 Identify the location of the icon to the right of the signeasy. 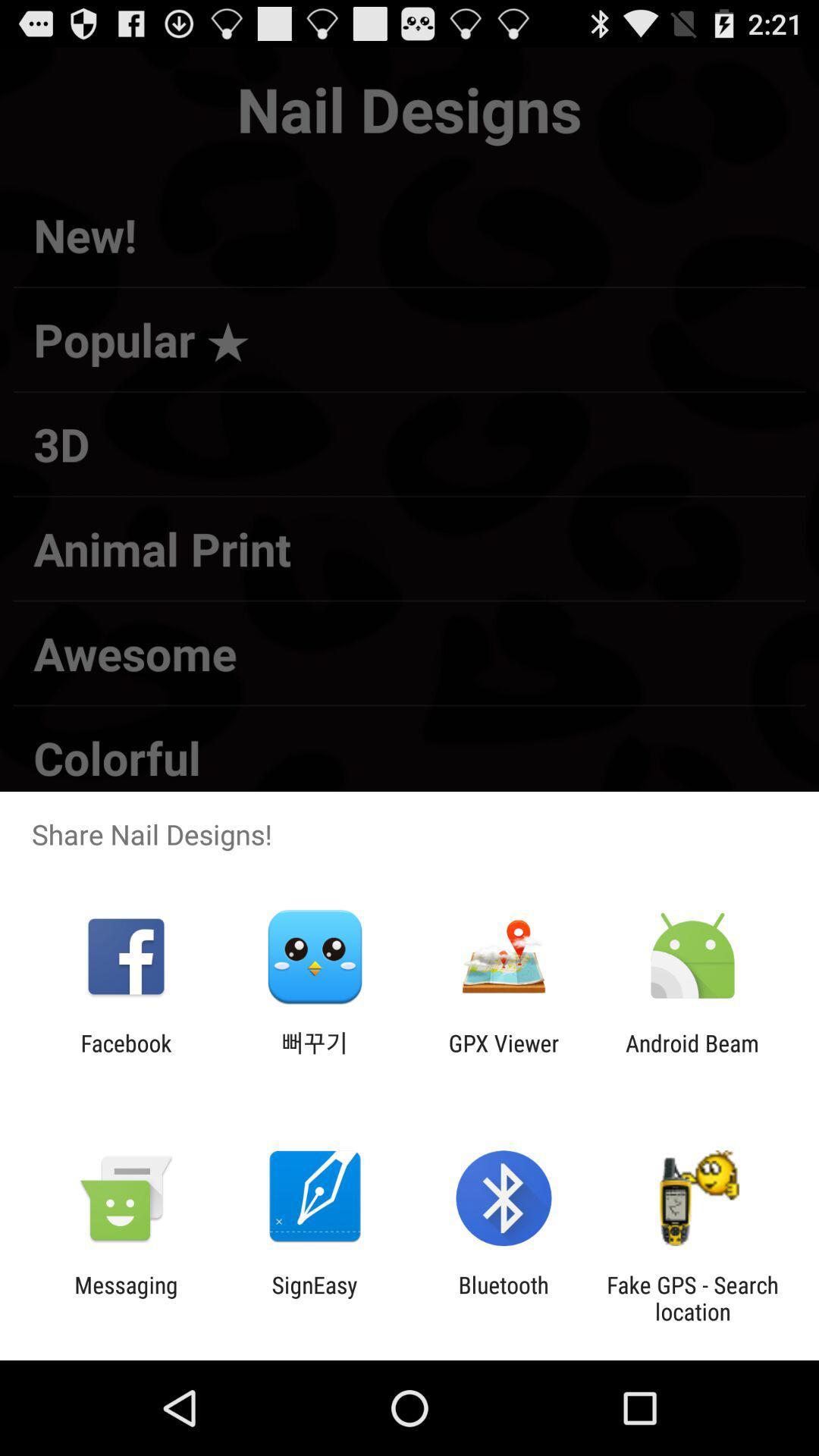
(504, 1298).